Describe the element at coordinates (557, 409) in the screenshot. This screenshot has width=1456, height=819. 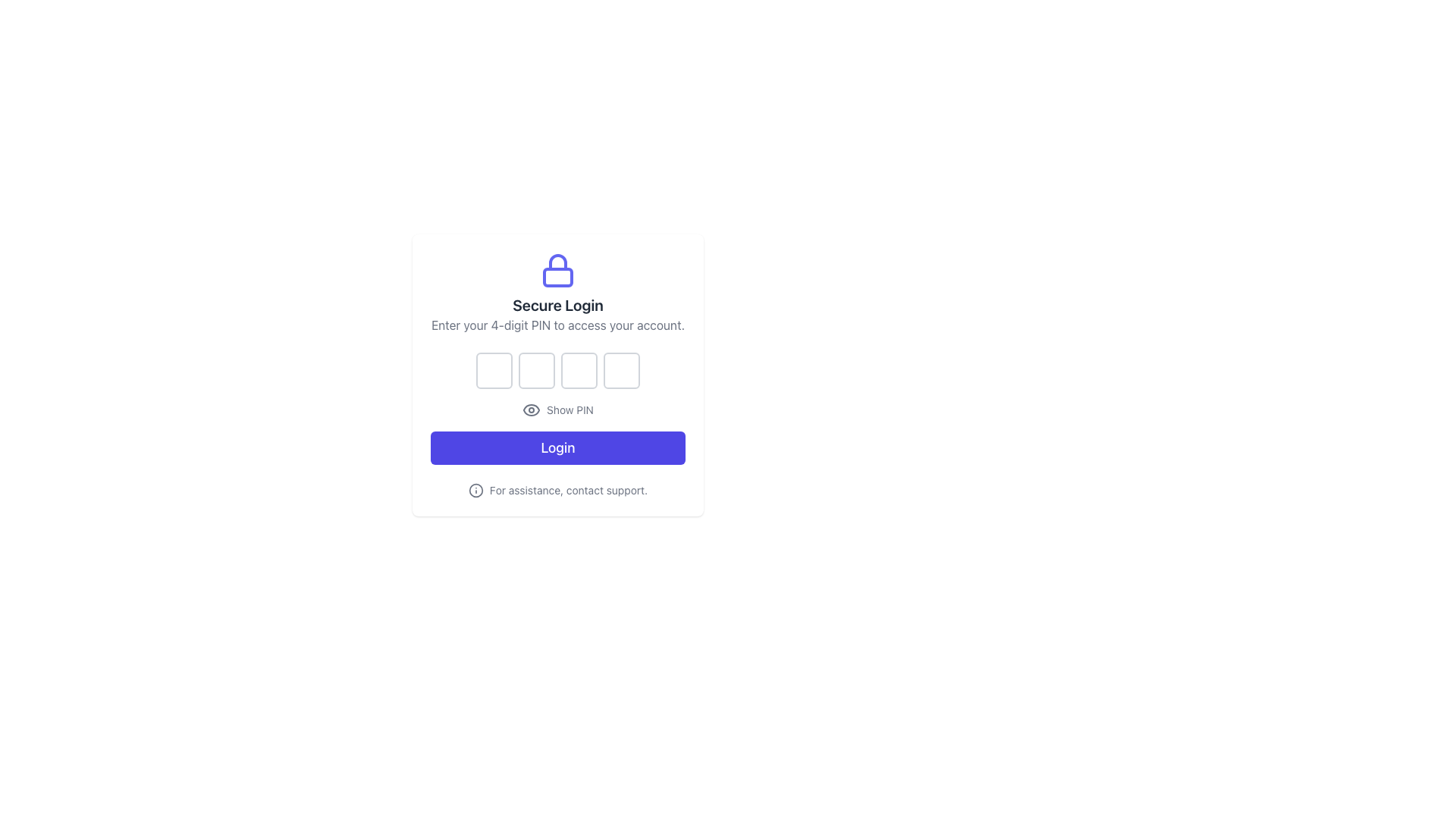
I see `the 'Show PIN' button that combines an eye icon and text, positioned below the PIN entry boxes and above the 'Login' button` at that location.